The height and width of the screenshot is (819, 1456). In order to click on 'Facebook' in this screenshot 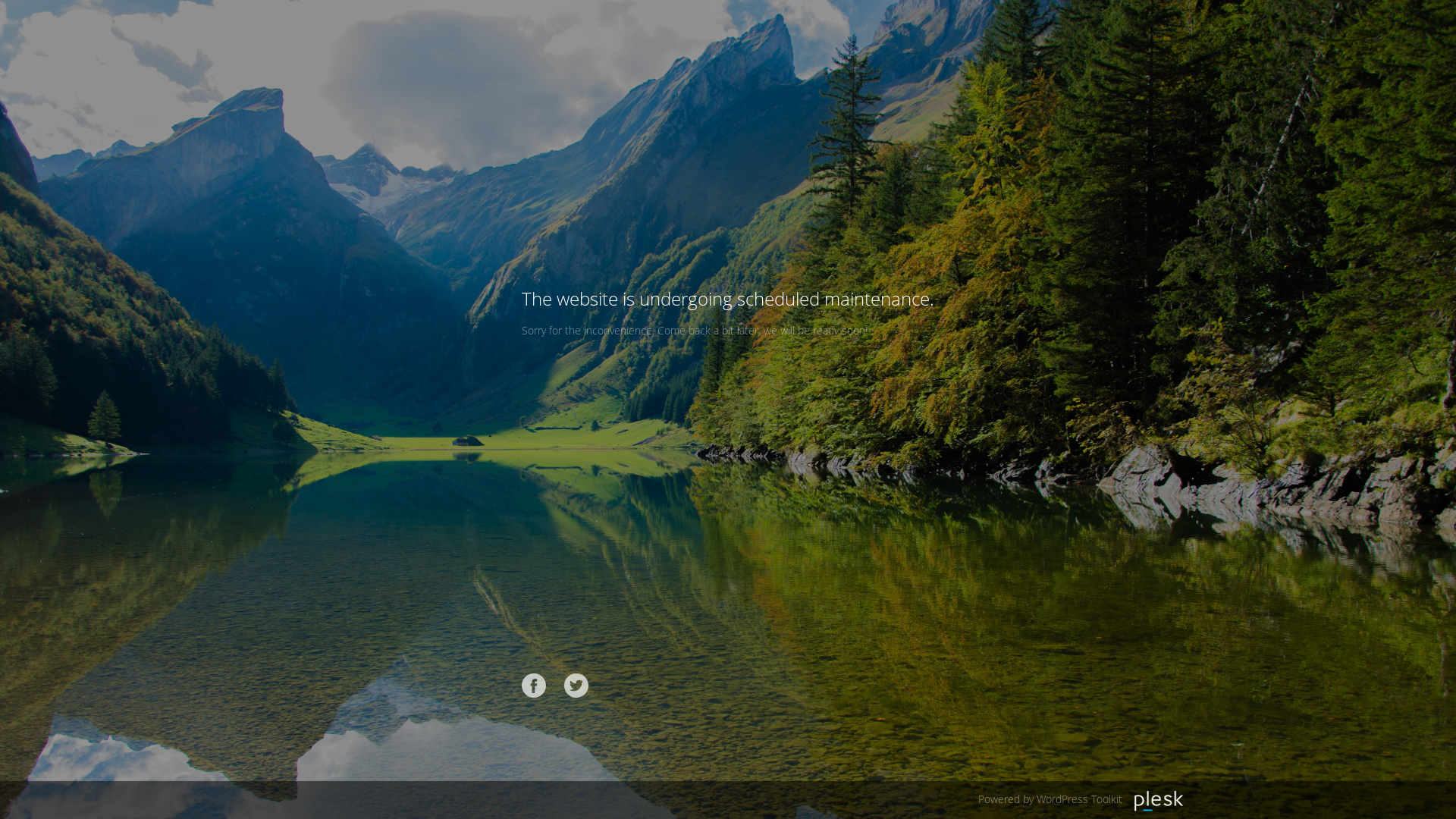, I will do `click(521, 685)`.